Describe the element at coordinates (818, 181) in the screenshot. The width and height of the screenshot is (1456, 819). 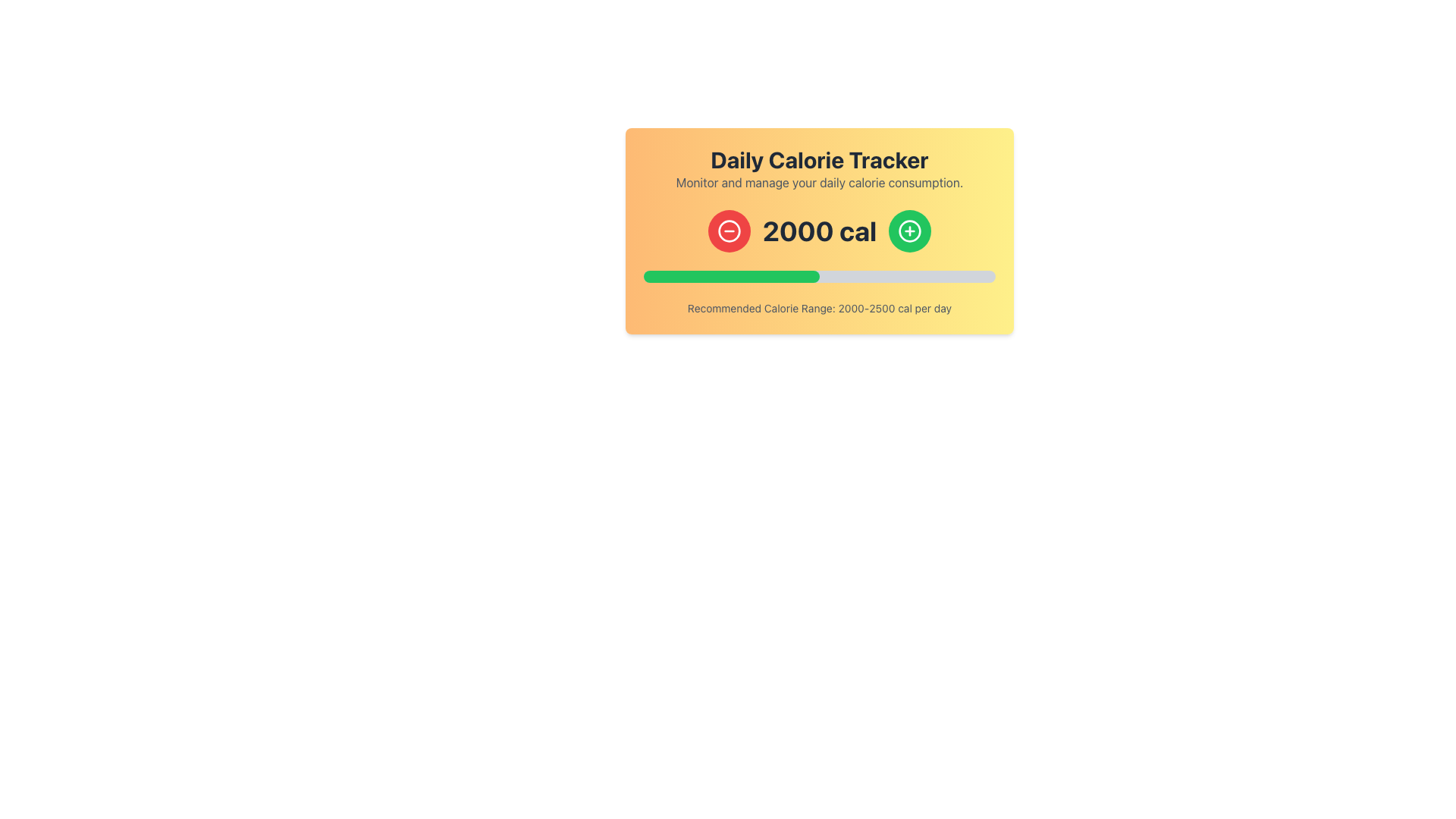
I see `information displayed in the text element that says 'Monitor and manage your daily calorie consumption.', which is styled in medium gray font on a light orange-yellow gradient background, located below the title 'Daily Calorie Tracker'` at that location.